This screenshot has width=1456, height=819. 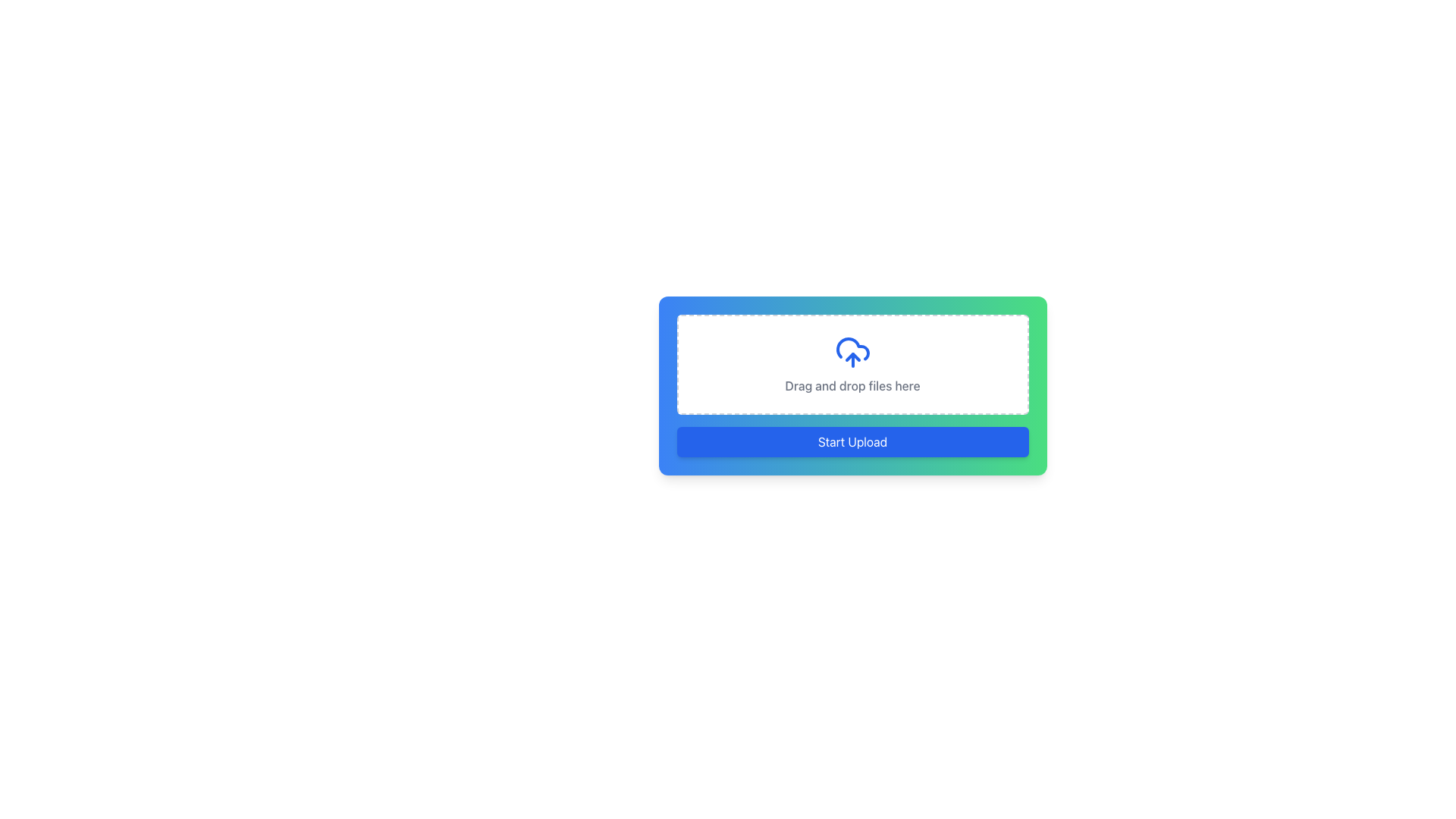 I want to click on the file upload icon that visually represents the action of uploading files, which is located centrally in a box that says 'Drag and drop files here', so click(x=852, y=353).